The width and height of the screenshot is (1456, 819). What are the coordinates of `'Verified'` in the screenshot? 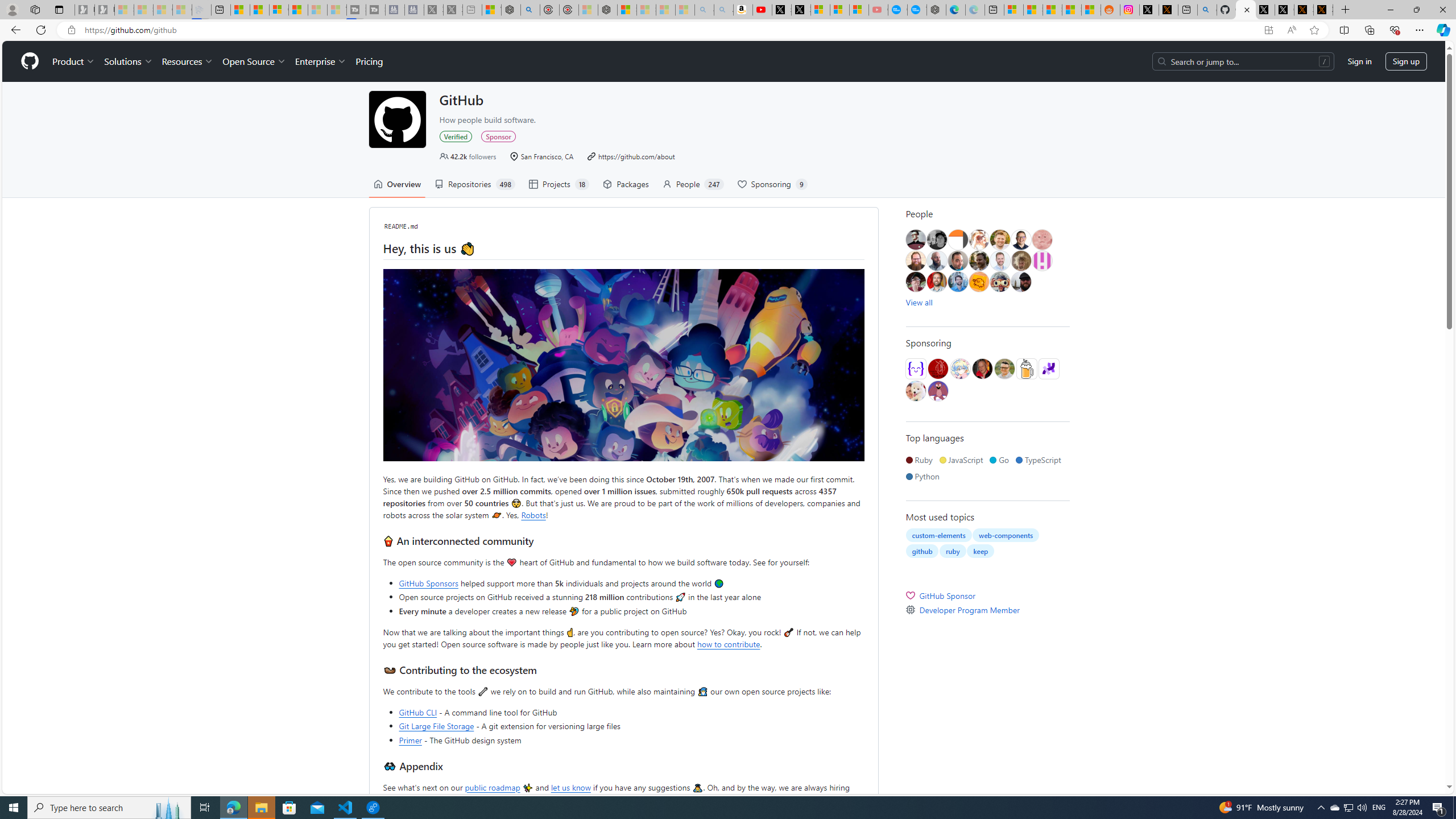 It's located at (456, 135).